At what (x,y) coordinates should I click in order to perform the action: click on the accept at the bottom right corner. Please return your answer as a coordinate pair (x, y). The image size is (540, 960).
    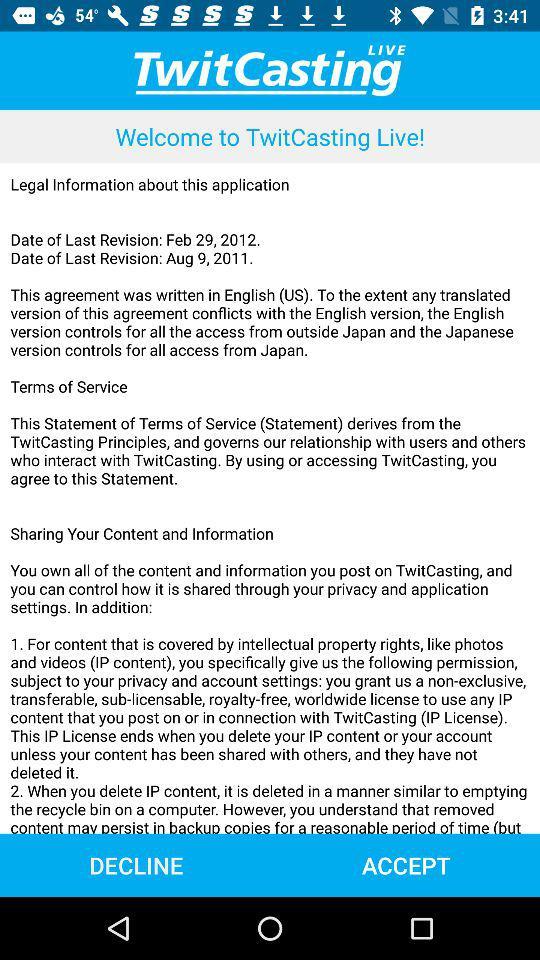
    Looking at the image, I should click on (405, 864).